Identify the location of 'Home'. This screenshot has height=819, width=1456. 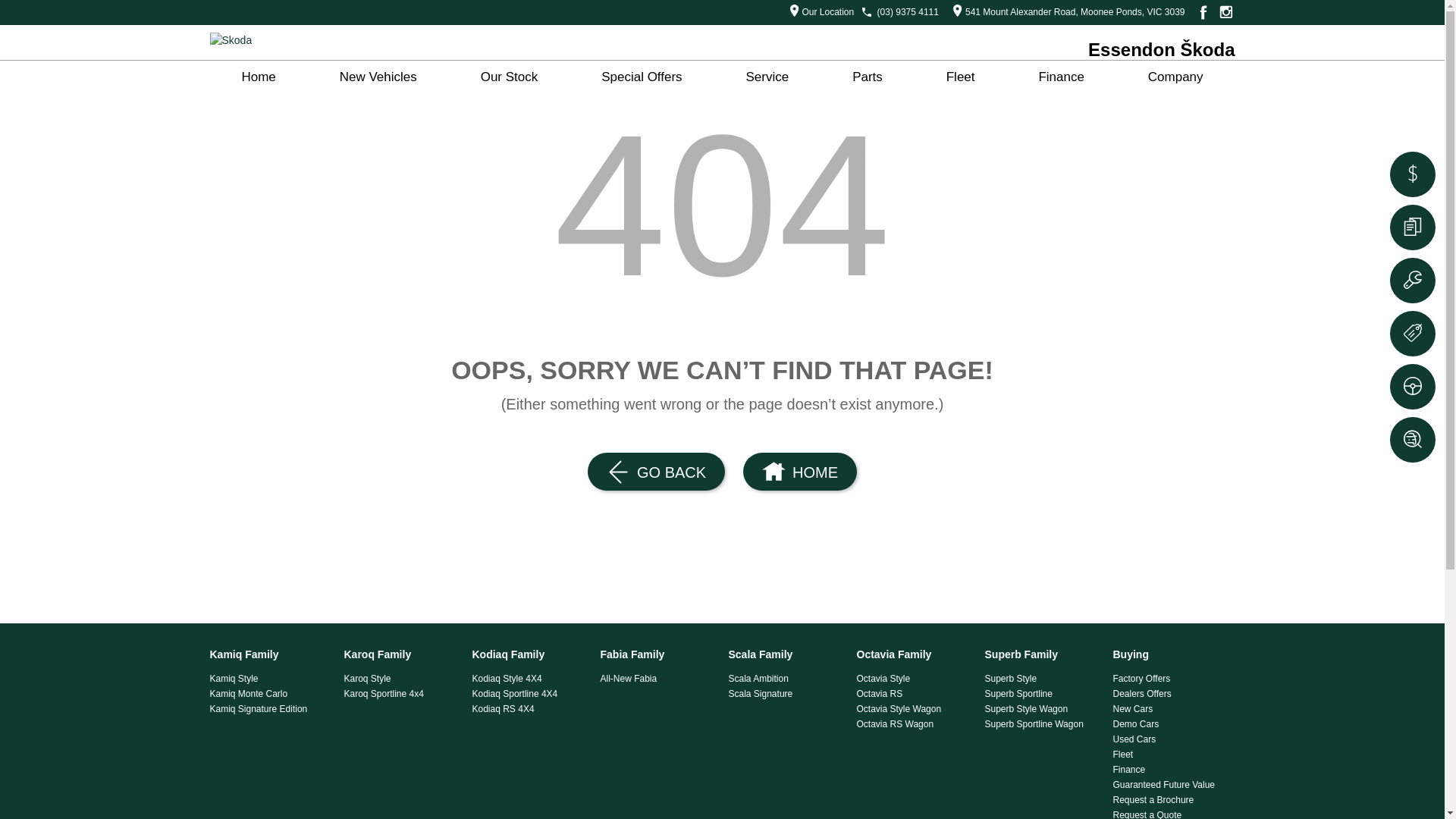
(258, 77).